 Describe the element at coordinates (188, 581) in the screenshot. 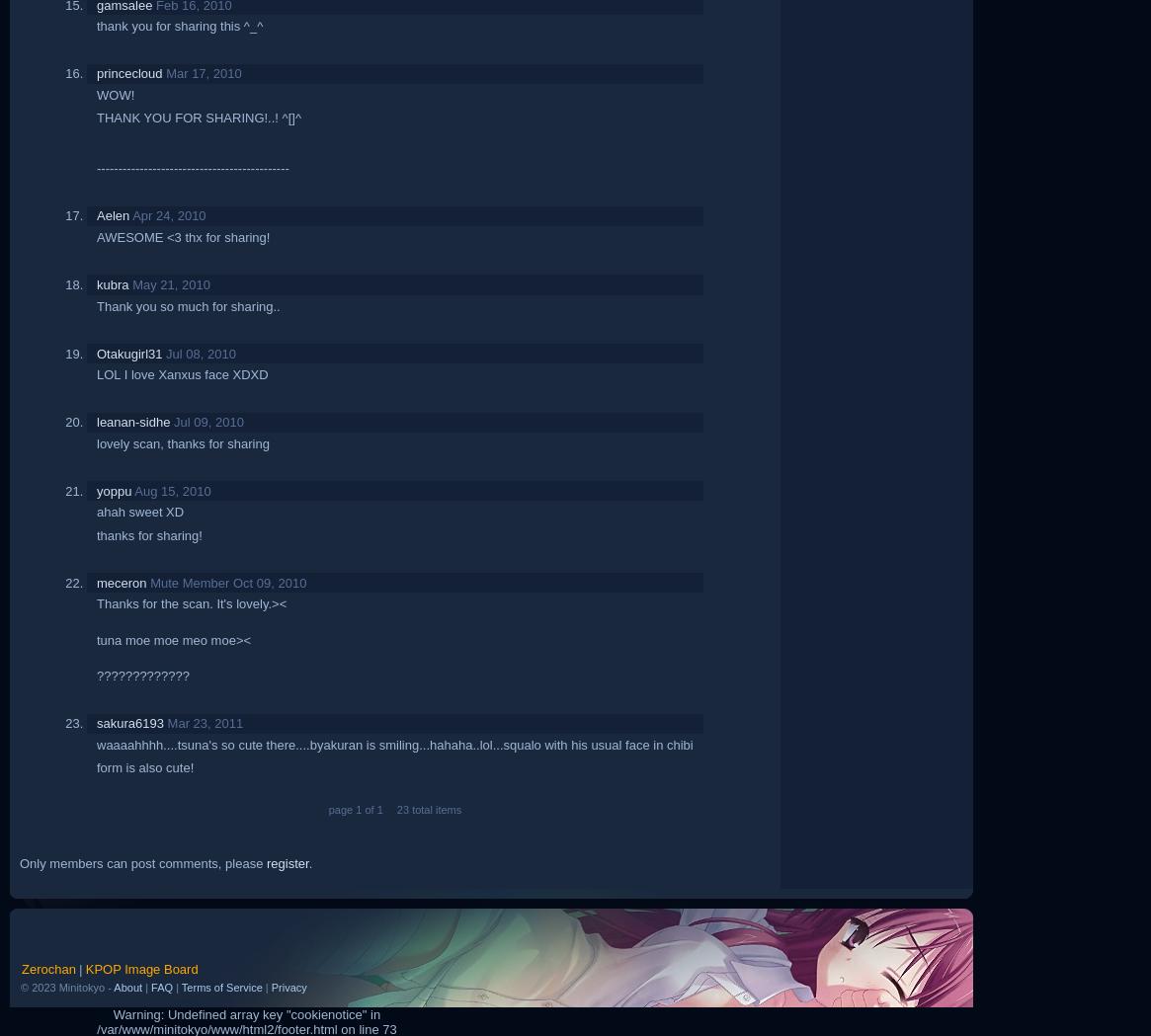

I see `'Mute Member'` at that location.